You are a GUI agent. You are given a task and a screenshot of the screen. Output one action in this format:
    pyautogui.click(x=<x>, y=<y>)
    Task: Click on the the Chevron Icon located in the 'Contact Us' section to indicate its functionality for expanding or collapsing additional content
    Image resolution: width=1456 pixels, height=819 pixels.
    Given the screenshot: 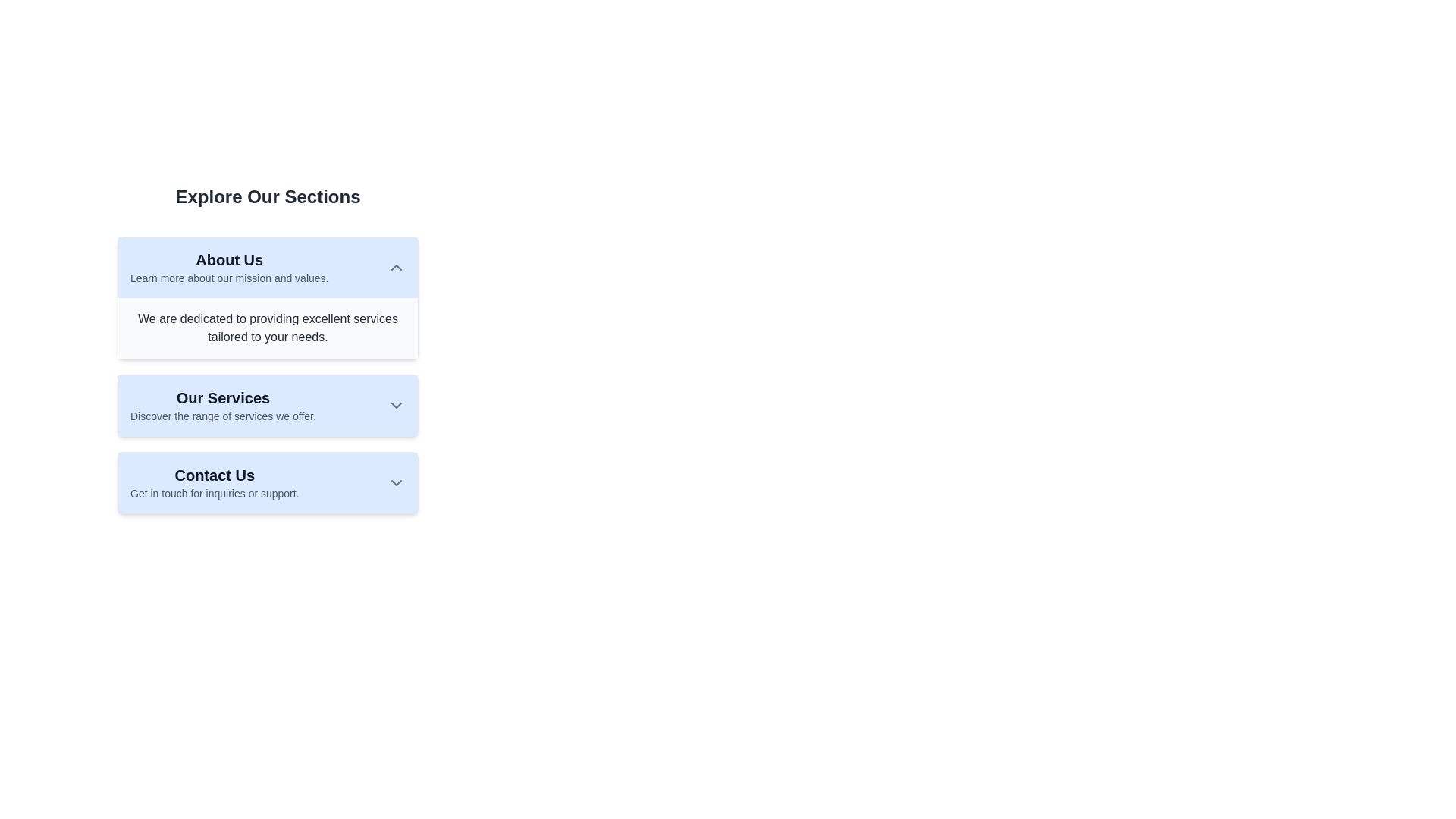 What is the action you would take?
    pyautogui.click(x=397, y=482)
    